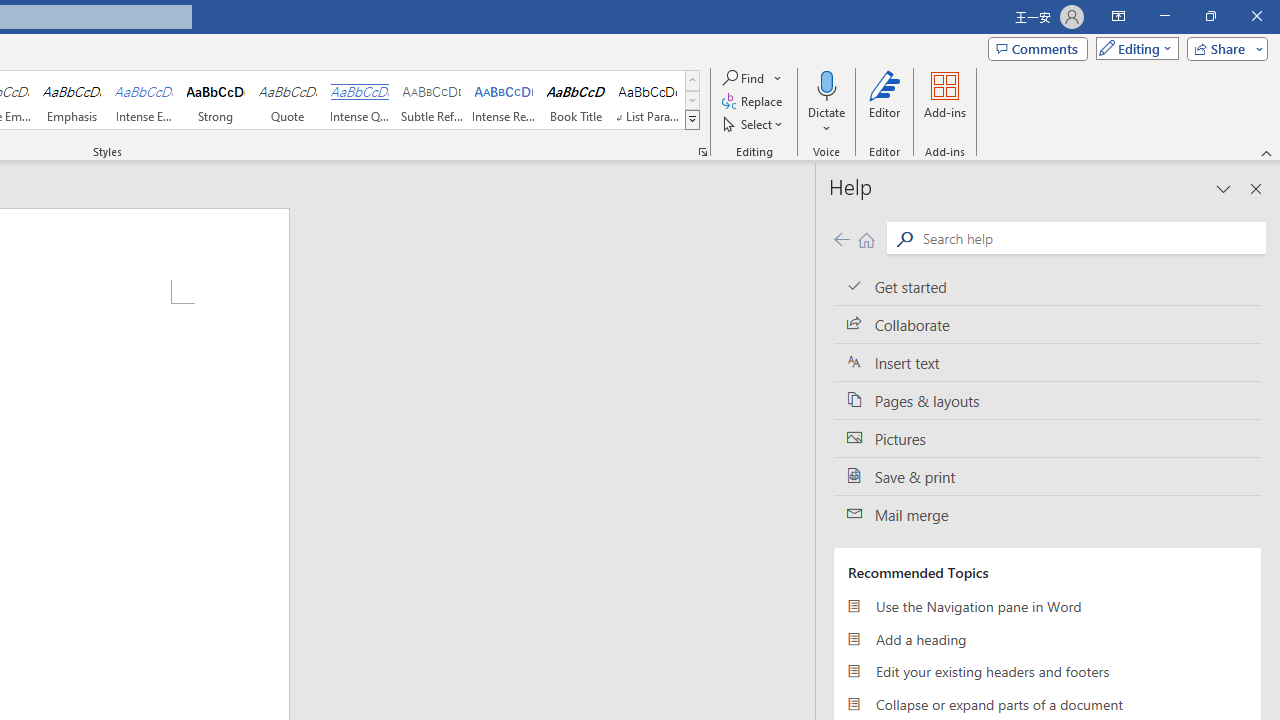  Describe the element at coordinates (1117, 16) in the screenshot. I see `'Ribbon Display Options'` at that location.